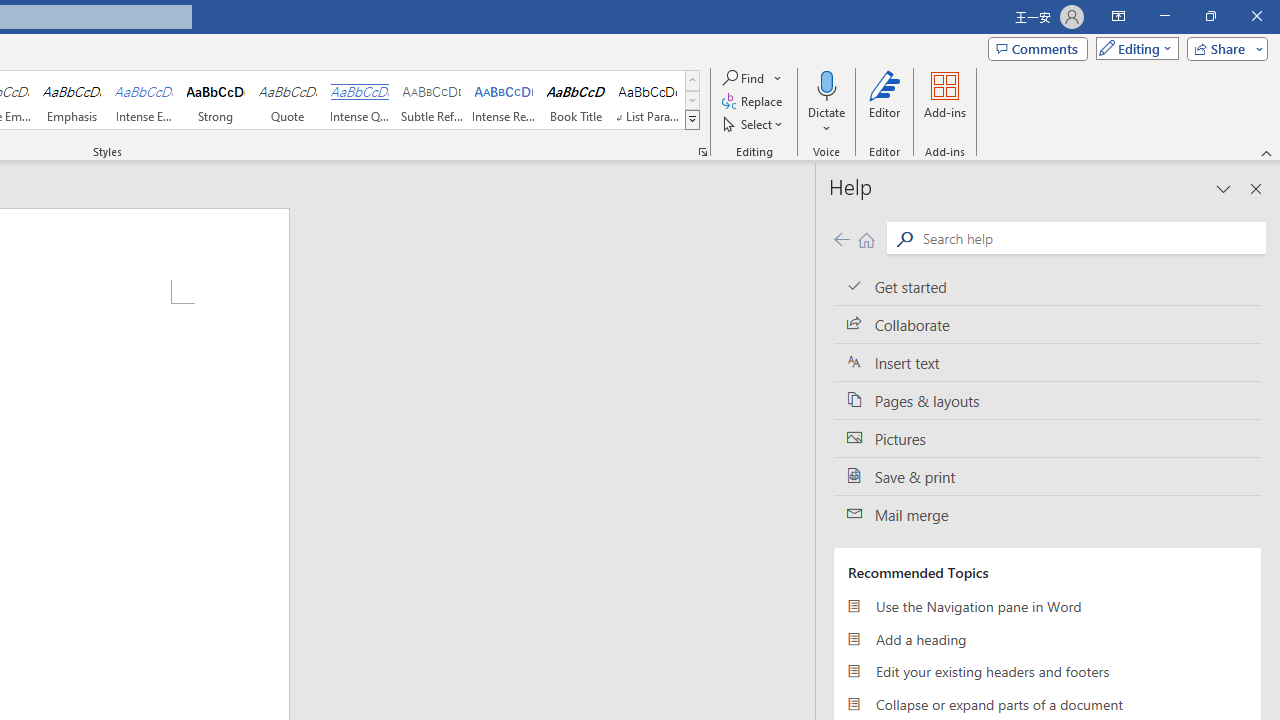  Describe the element at coordinates (1117, 16) in the screenshot. I see `'Ribbon Display Options'` at that location.